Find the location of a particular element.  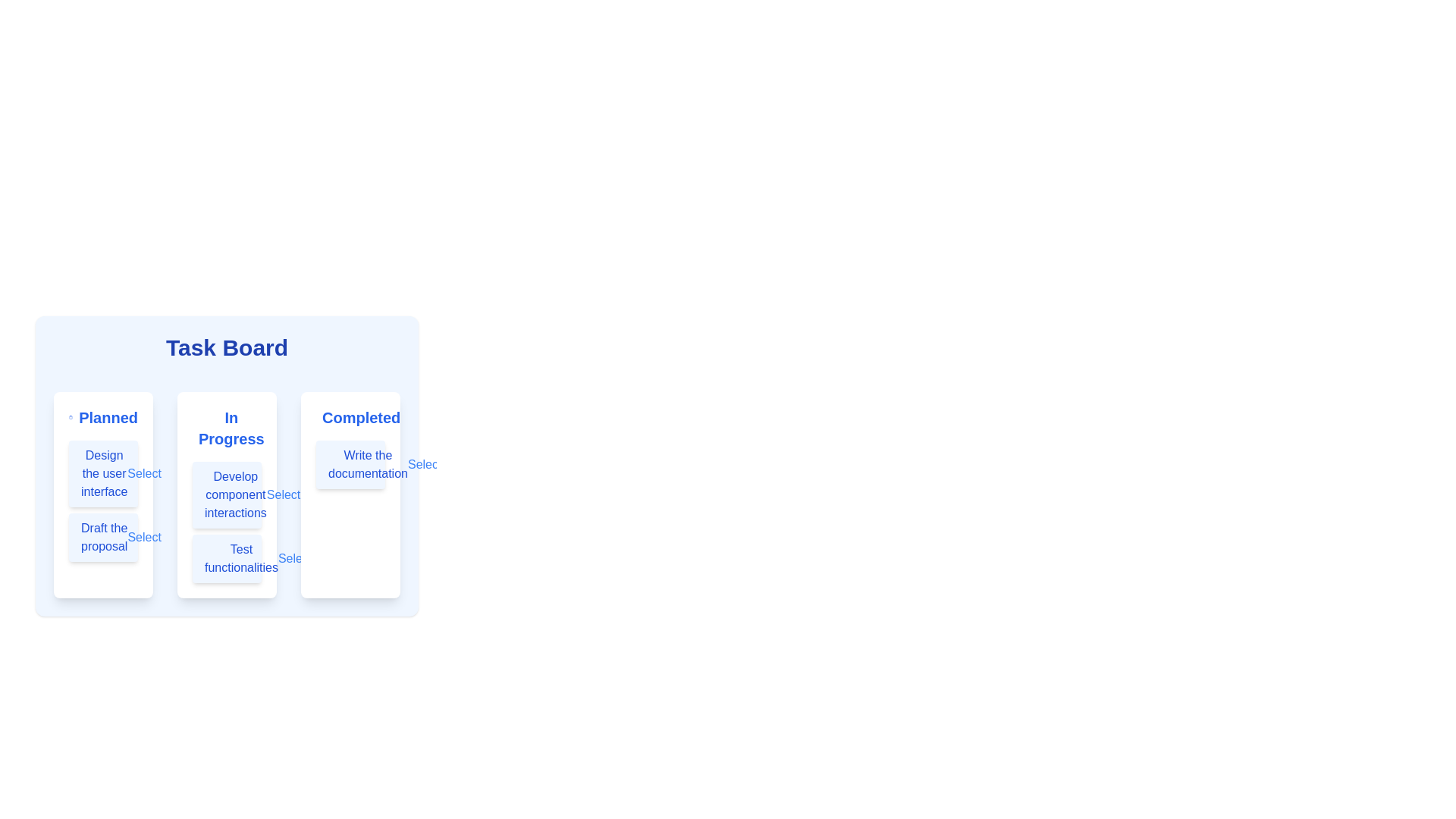

the circular SVG graphical element located in the 'In Progress' section, which is styled in a minimalistic manner and is part of an icon-like design is located at coordinates (200, 428).